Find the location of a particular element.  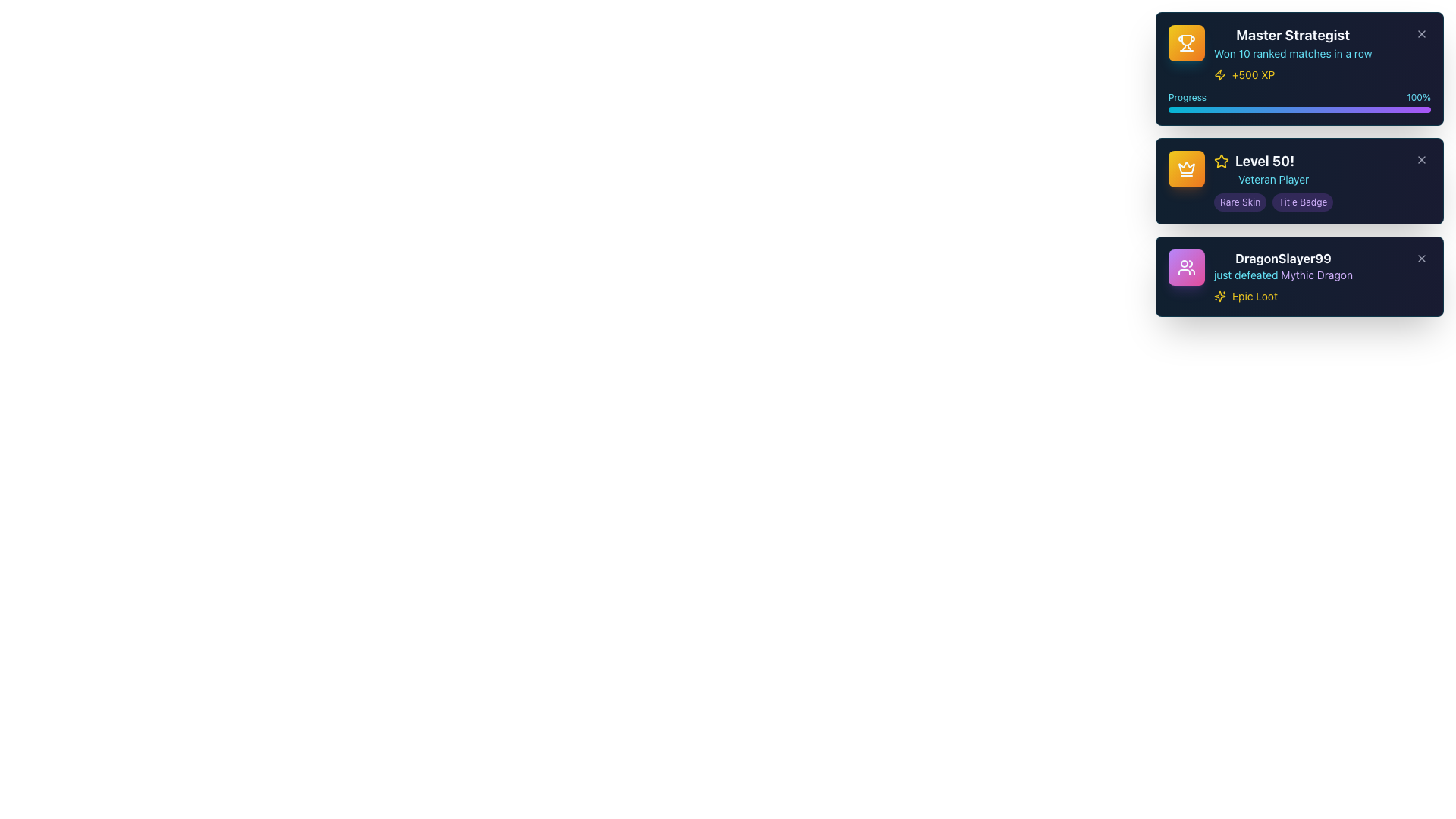

the decorative icon associated with the text 'Epic Loot' by pressing the Tab key is located at coordinates (1219, 296).